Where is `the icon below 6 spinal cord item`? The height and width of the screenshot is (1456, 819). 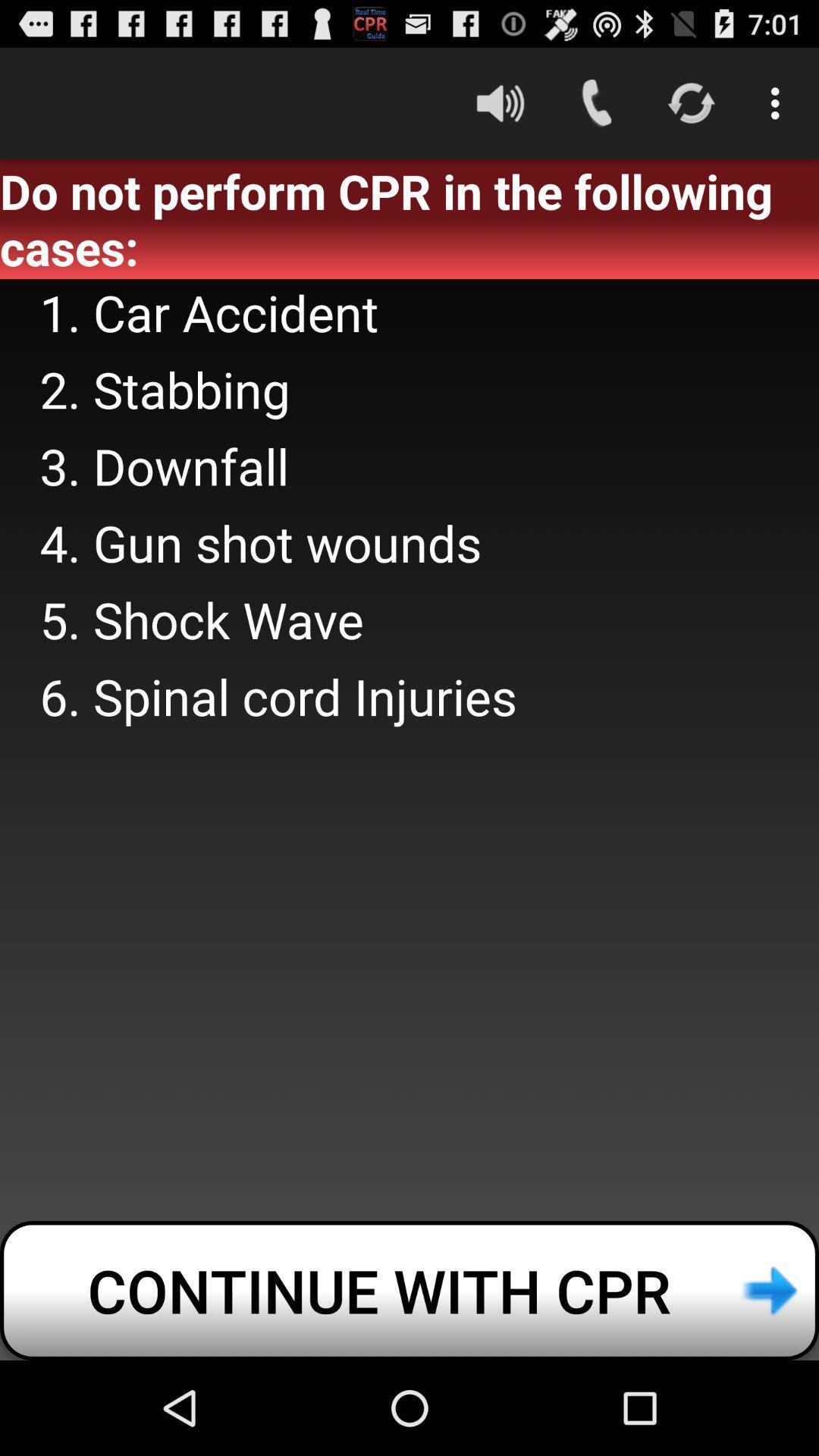 the icon below 6 spinal cord item is located at coordinates (409, 1290).